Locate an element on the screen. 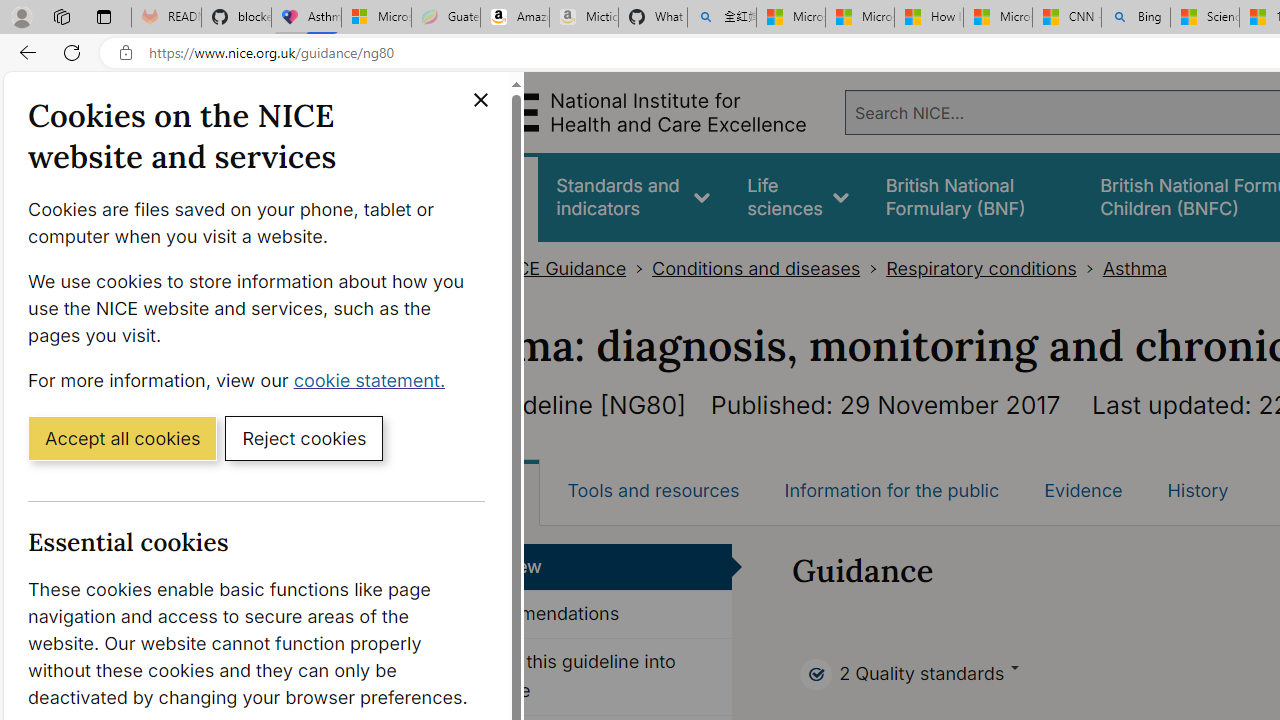 The width and height of the screenshot is (1280, 720). 'false' is located at coordinates (974, 197).